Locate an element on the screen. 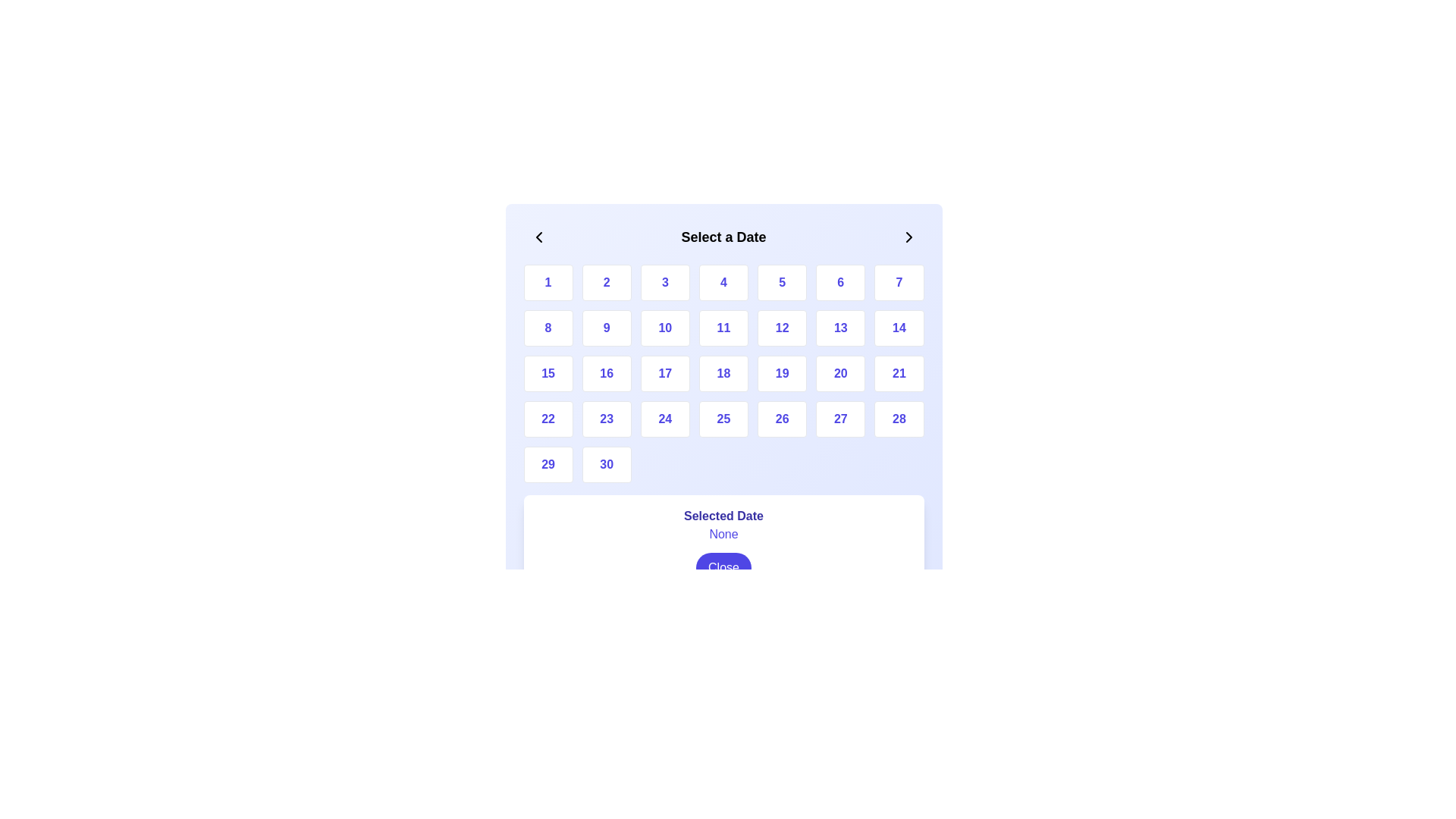 Image resolution: width=1456 pixels, height=819 pixels. any number in the date selection grid located within the 'Select a Date' modal is located at coordinates (723, 374).